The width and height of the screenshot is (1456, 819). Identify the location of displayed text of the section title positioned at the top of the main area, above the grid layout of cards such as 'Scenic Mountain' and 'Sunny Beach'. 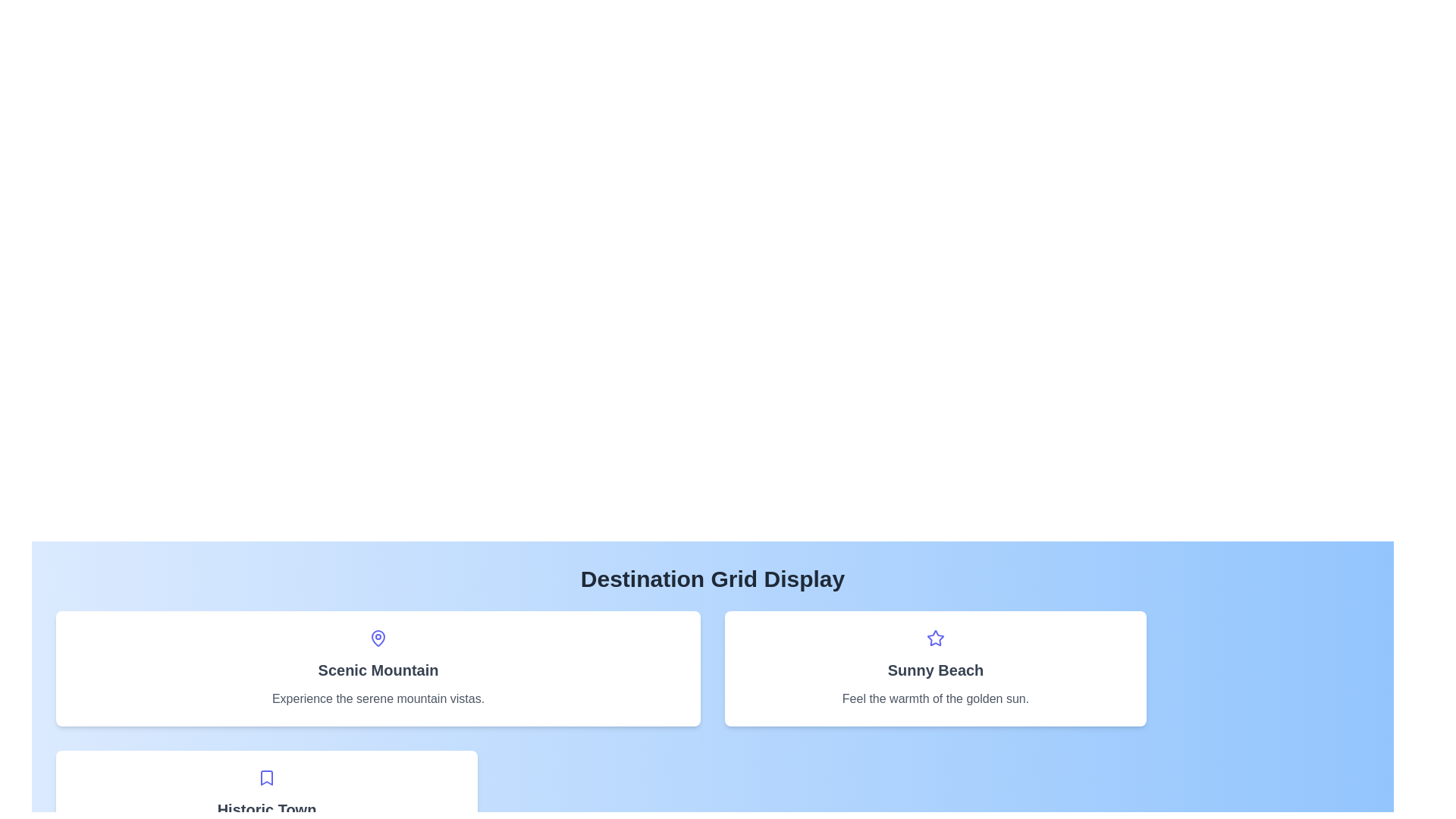
(712, 579).